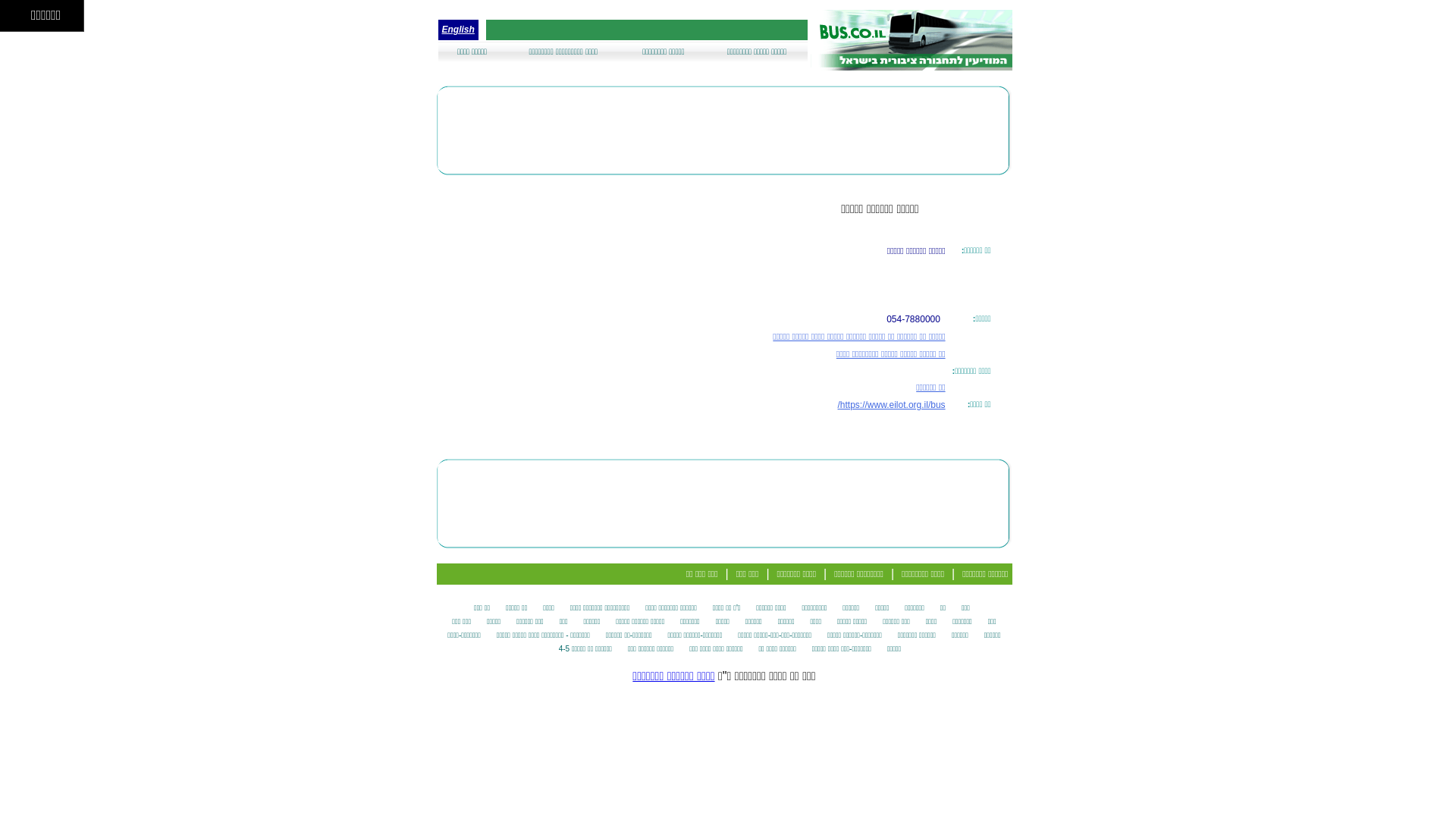  Describe the element at coordinates (891, 403) in the screenshot. I see `'https://www.eilot.org.il/bus/'` at that location.